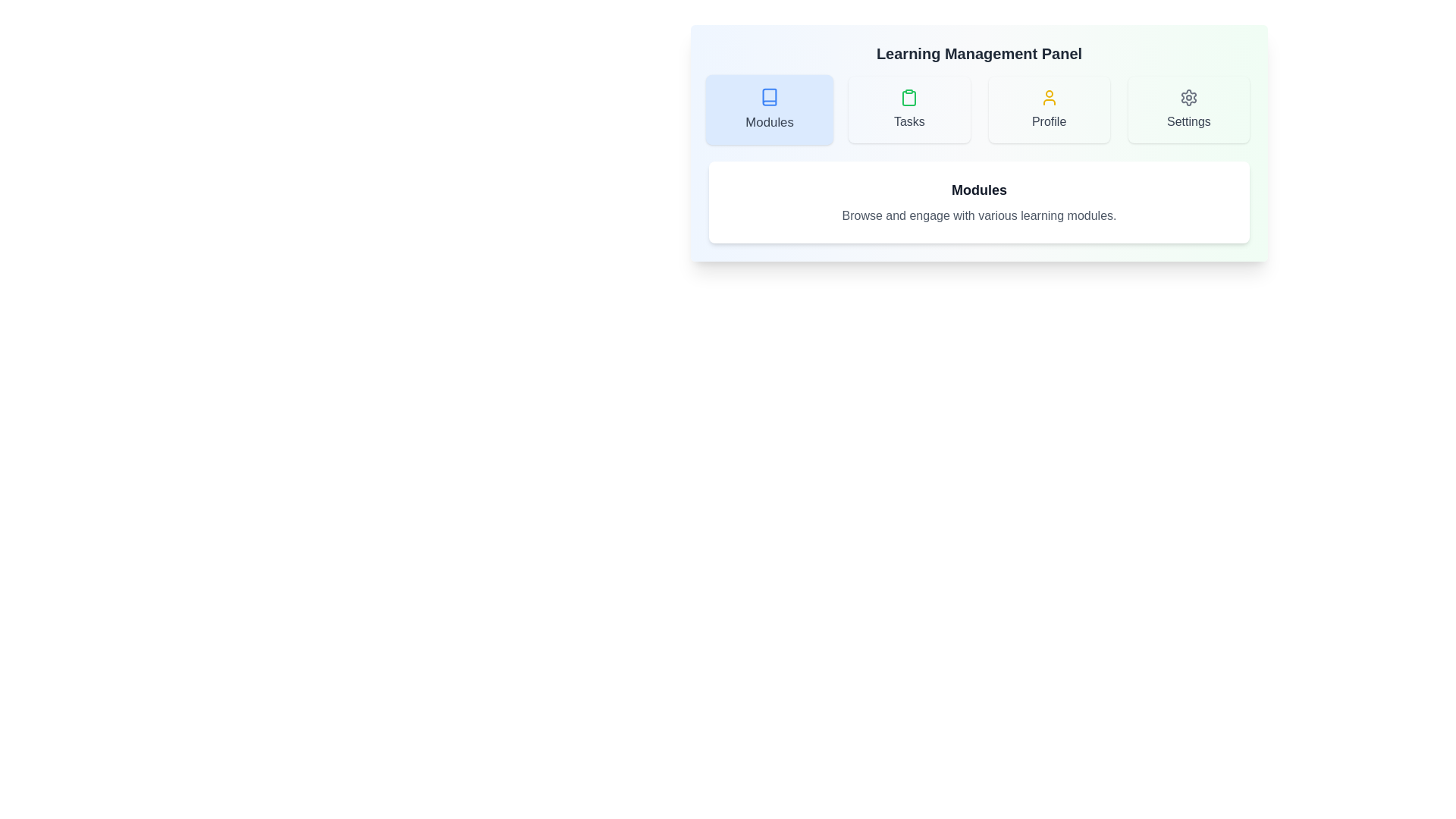  Describe the element at coordinates (909, 109) in the screenshot. I see `the Tasks tab to navigate` at that location.